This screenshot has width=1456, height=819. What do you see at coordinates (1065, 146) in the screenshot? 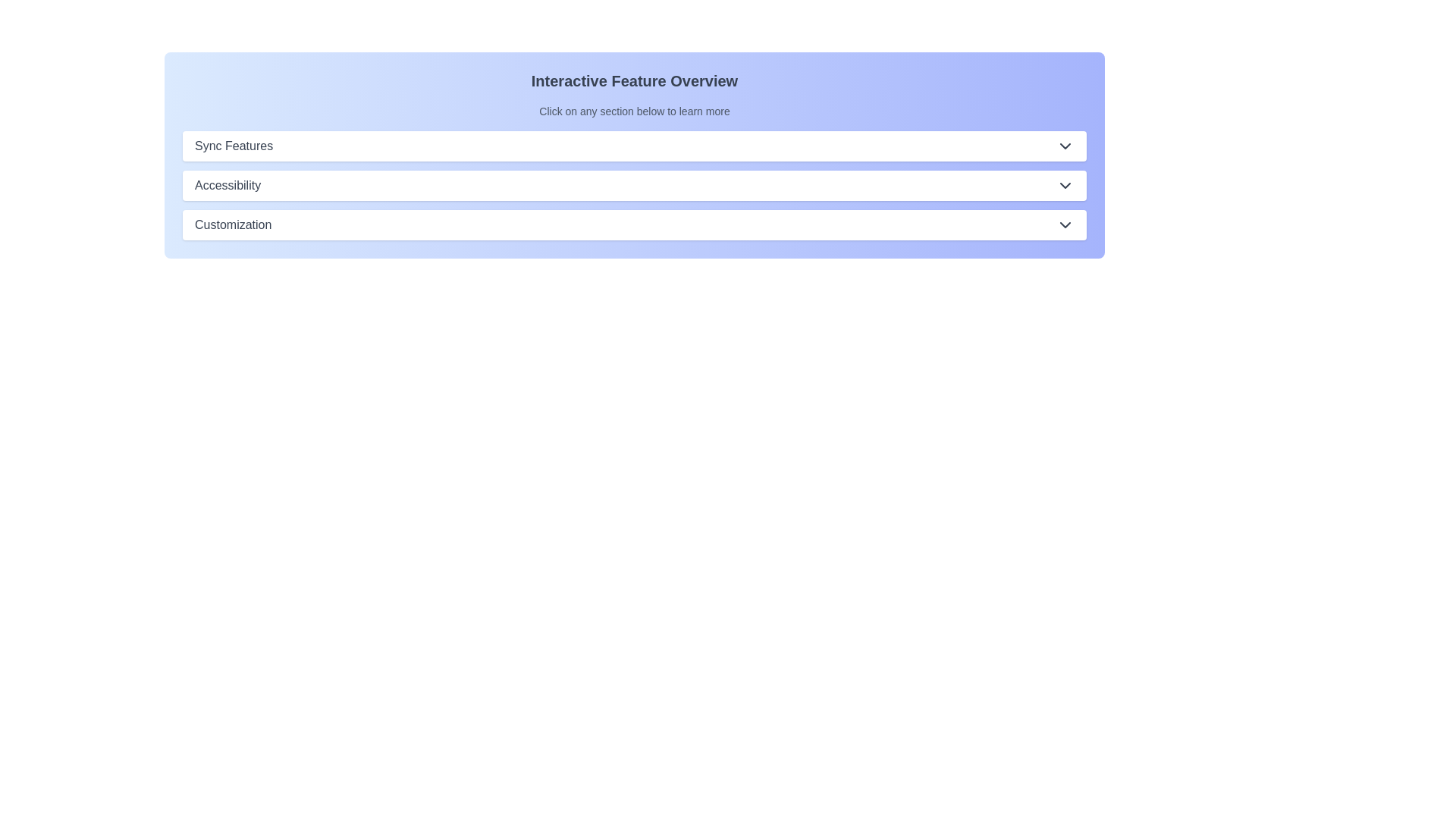
I see `the small downward-pointing chevron icon located on the far right side of the 'Sync Features' section header` at bounding box center [1065, 146].